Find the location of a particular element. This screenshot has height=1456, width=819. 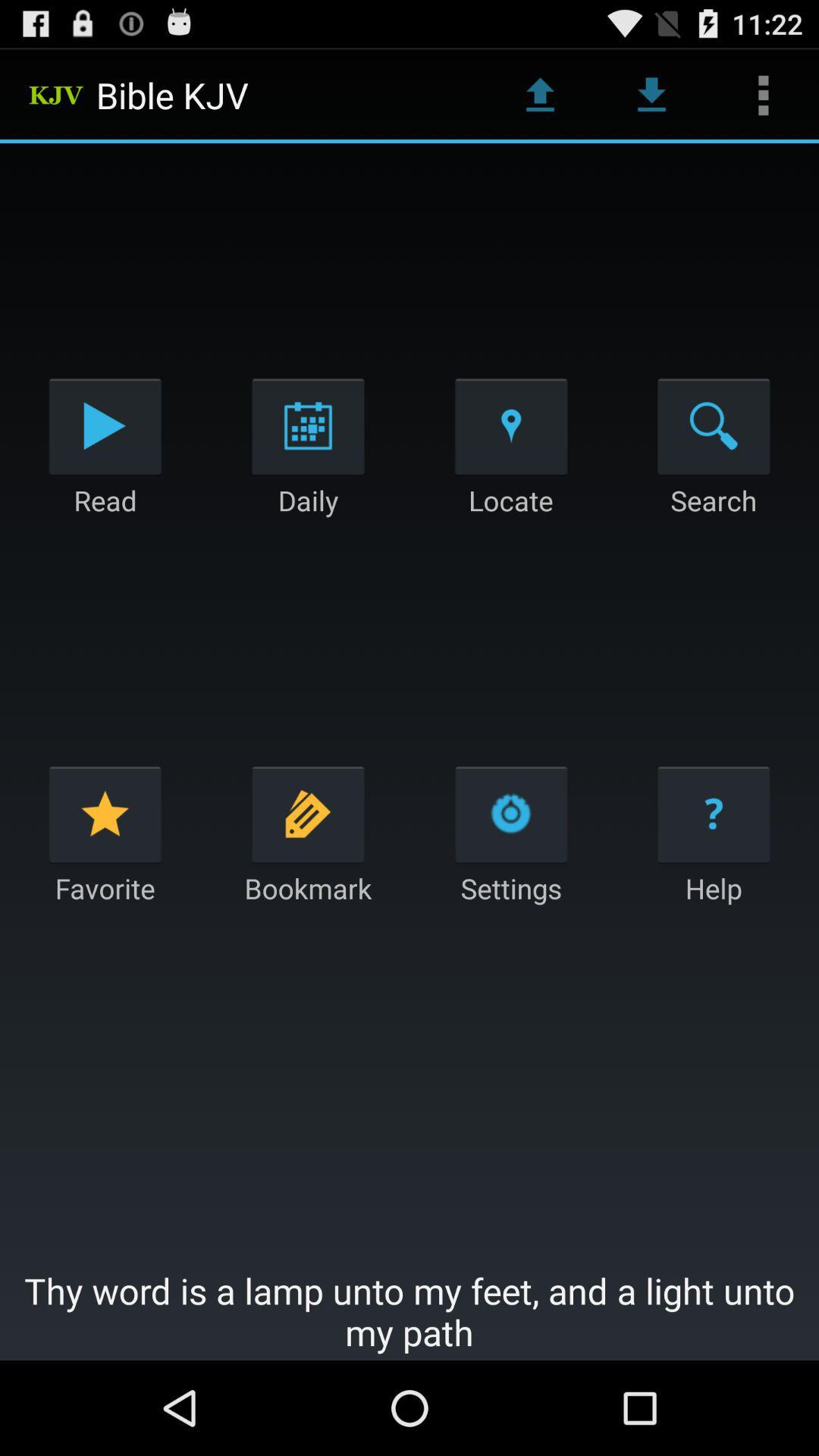

the star icon is located at coordinates (104, 871).